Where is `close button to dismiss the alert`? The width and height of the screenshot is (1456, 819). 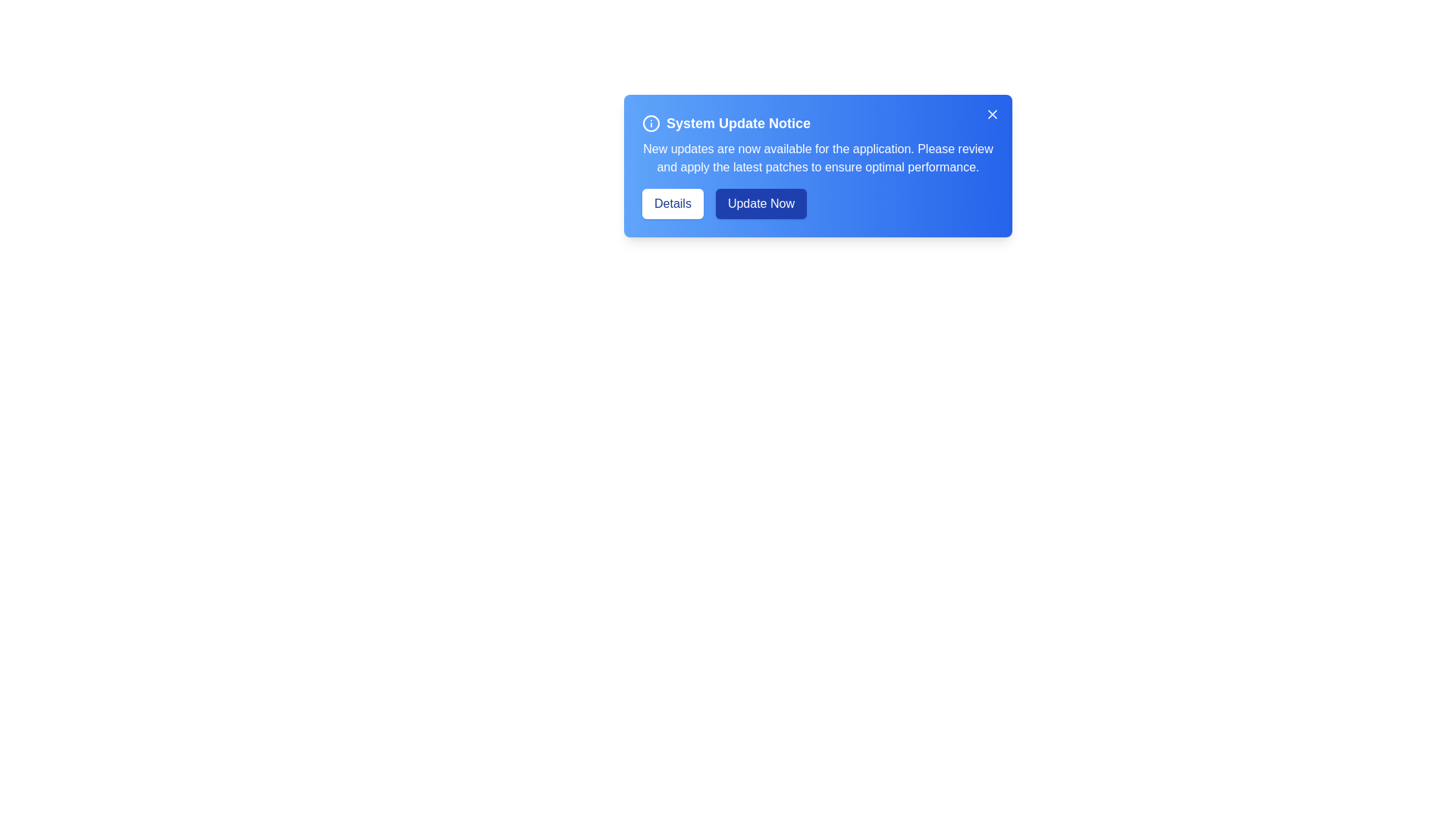
close button to dismiss the alert is located at coordinates (993, 113).